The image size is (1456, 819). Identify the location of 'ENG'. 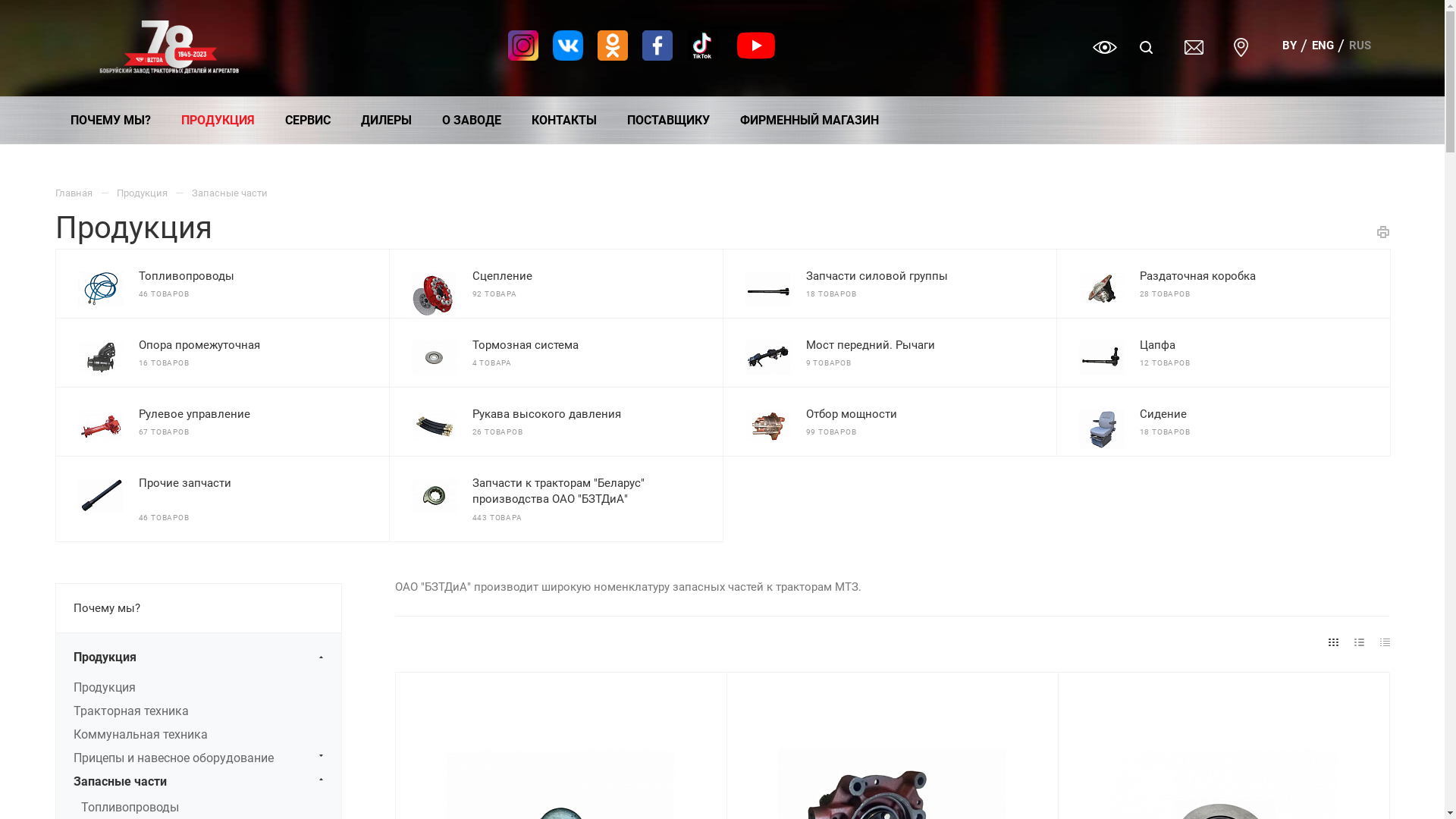
(1306, 45).